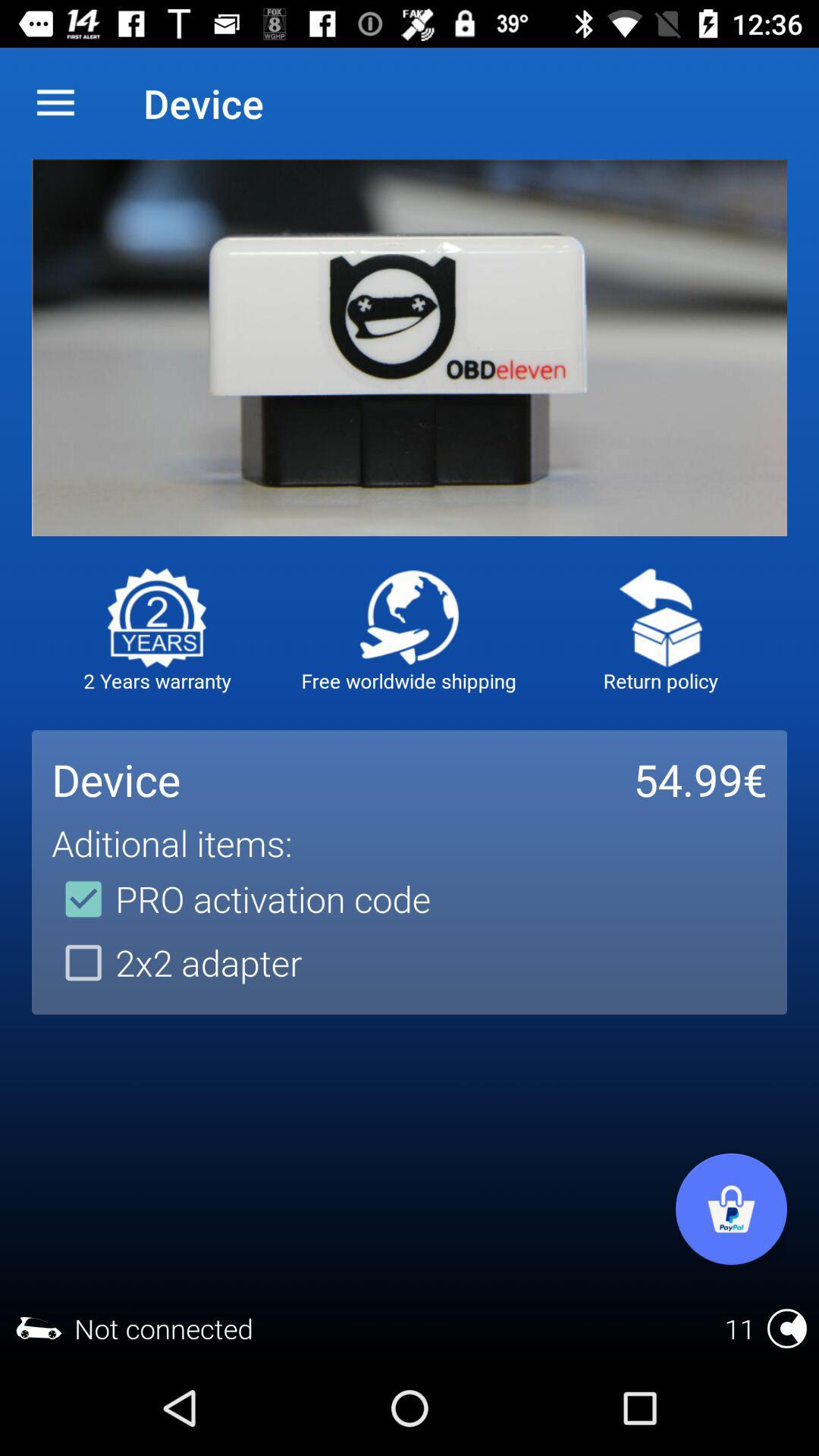  What do you see at coordinates (730, 1208) in the screenshot?
I see `open shop cart` at bounding box center [730, 1208].